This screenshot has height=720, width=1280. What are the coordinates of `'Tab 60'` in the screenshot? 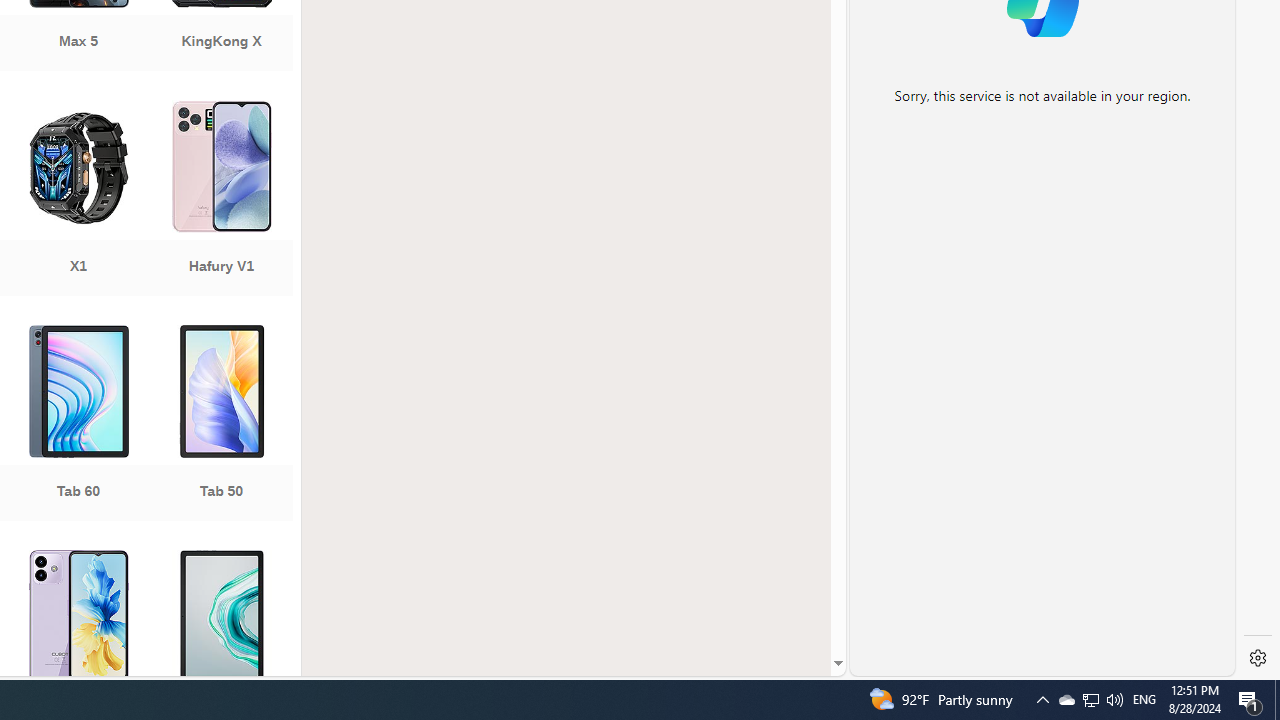 It's located at (78, 424).